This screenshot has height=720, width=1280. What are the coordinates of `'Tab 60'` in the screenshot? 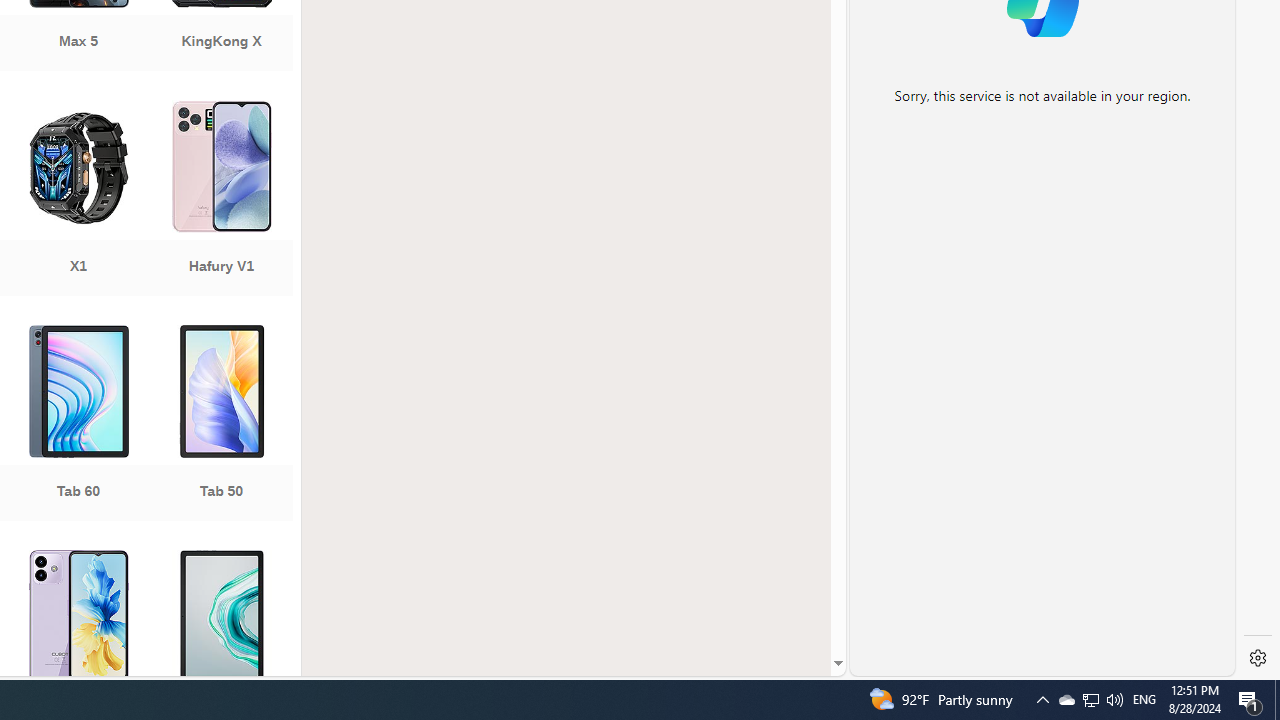 It's located at (78, 424).